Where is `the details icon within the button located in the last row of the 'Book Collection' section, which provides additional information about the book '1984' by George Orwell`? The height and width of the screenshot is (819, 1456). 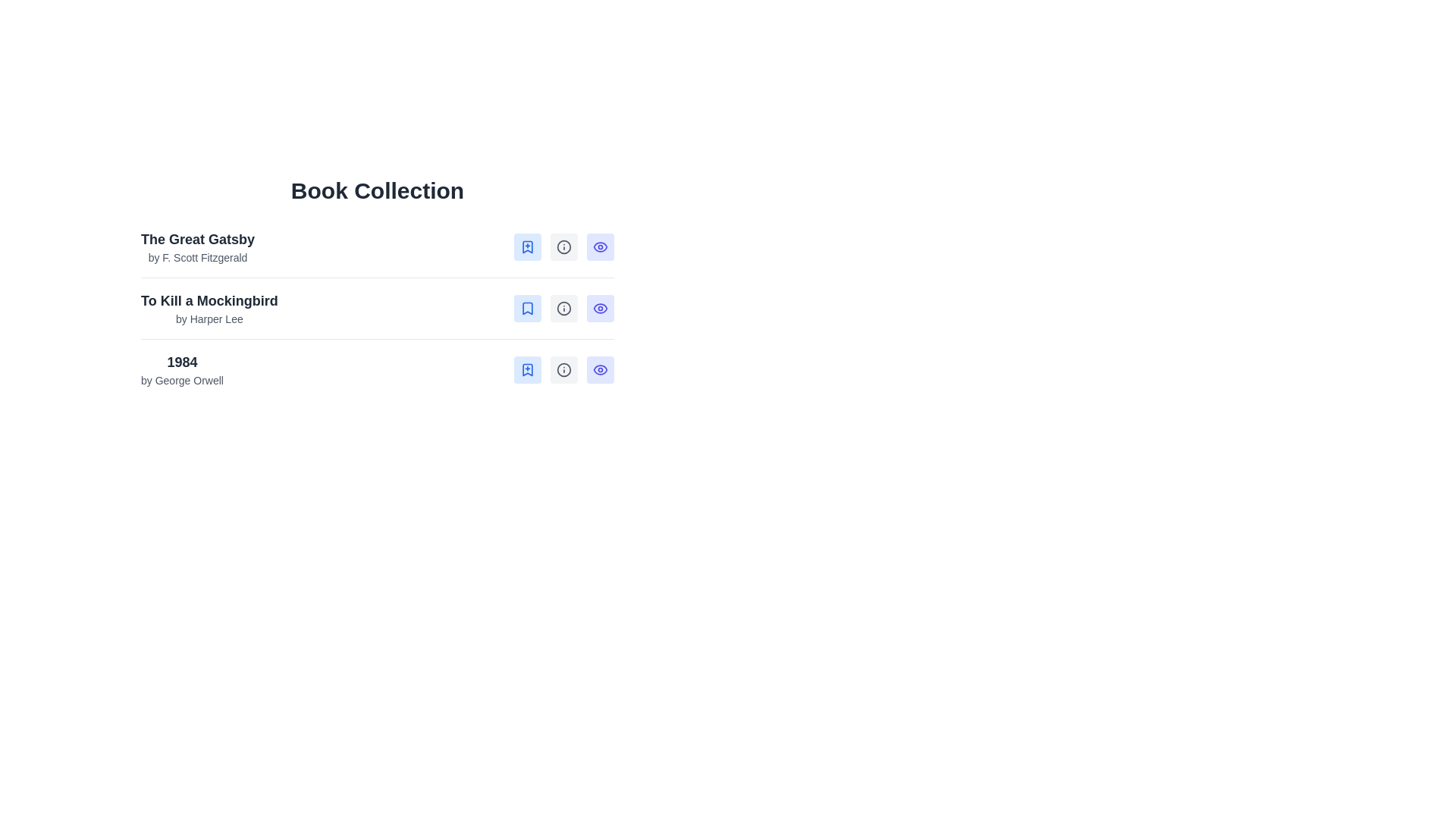
the details icon within the button located in the last row of the 'Book Collection' section, which provides additional information about the book '1984' by George Orwell is located at coordinates (563, 370).